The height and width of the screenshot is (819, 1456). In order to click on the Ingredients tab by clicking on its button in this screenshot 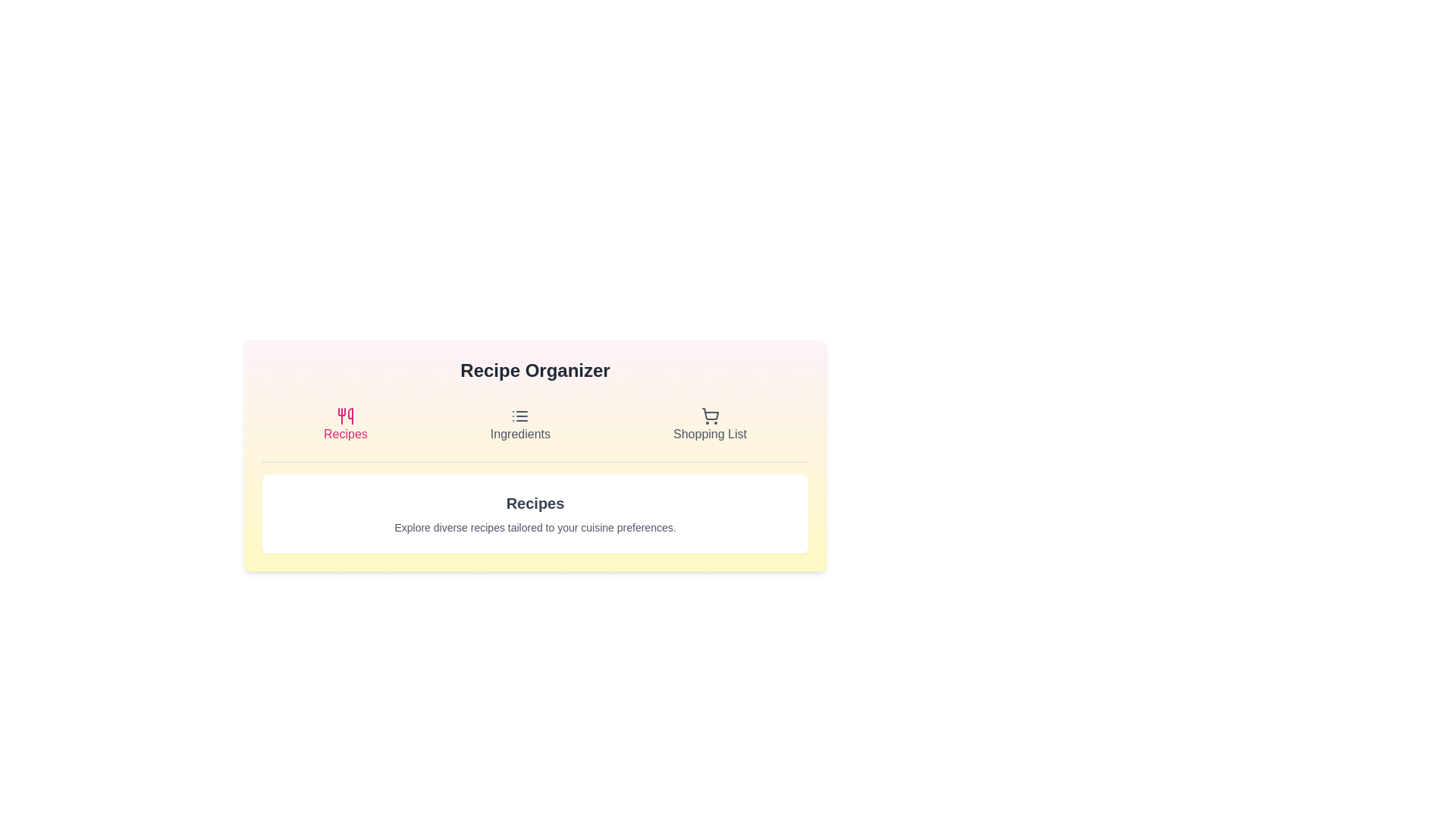, I will do `click(520, 425)`.